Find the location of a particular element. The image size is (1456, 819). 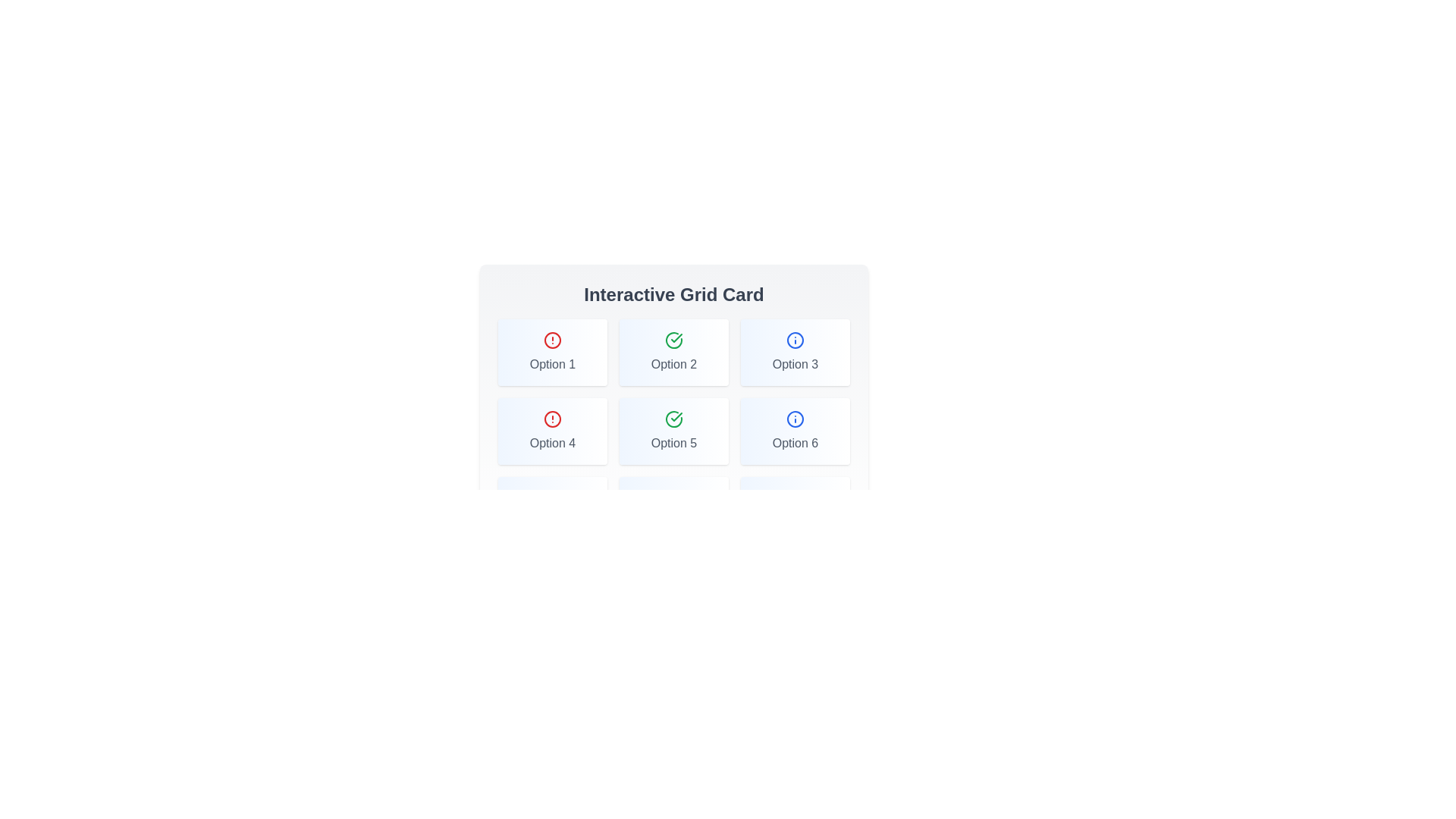

the interactive option selector located in the first row, third column of the grid layout is located at coordinates (795, 353).